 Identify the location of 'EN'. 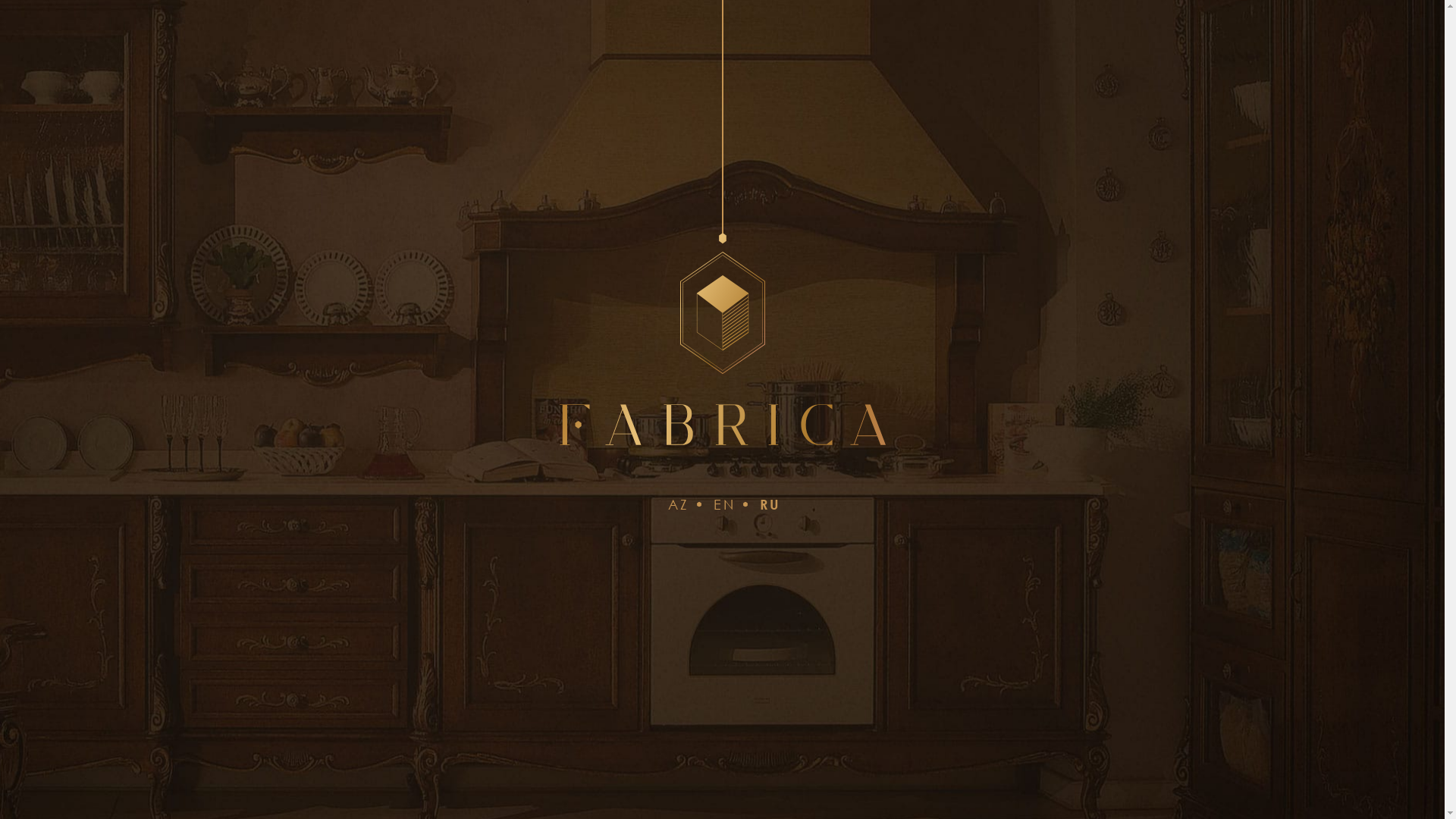
(723, 504).